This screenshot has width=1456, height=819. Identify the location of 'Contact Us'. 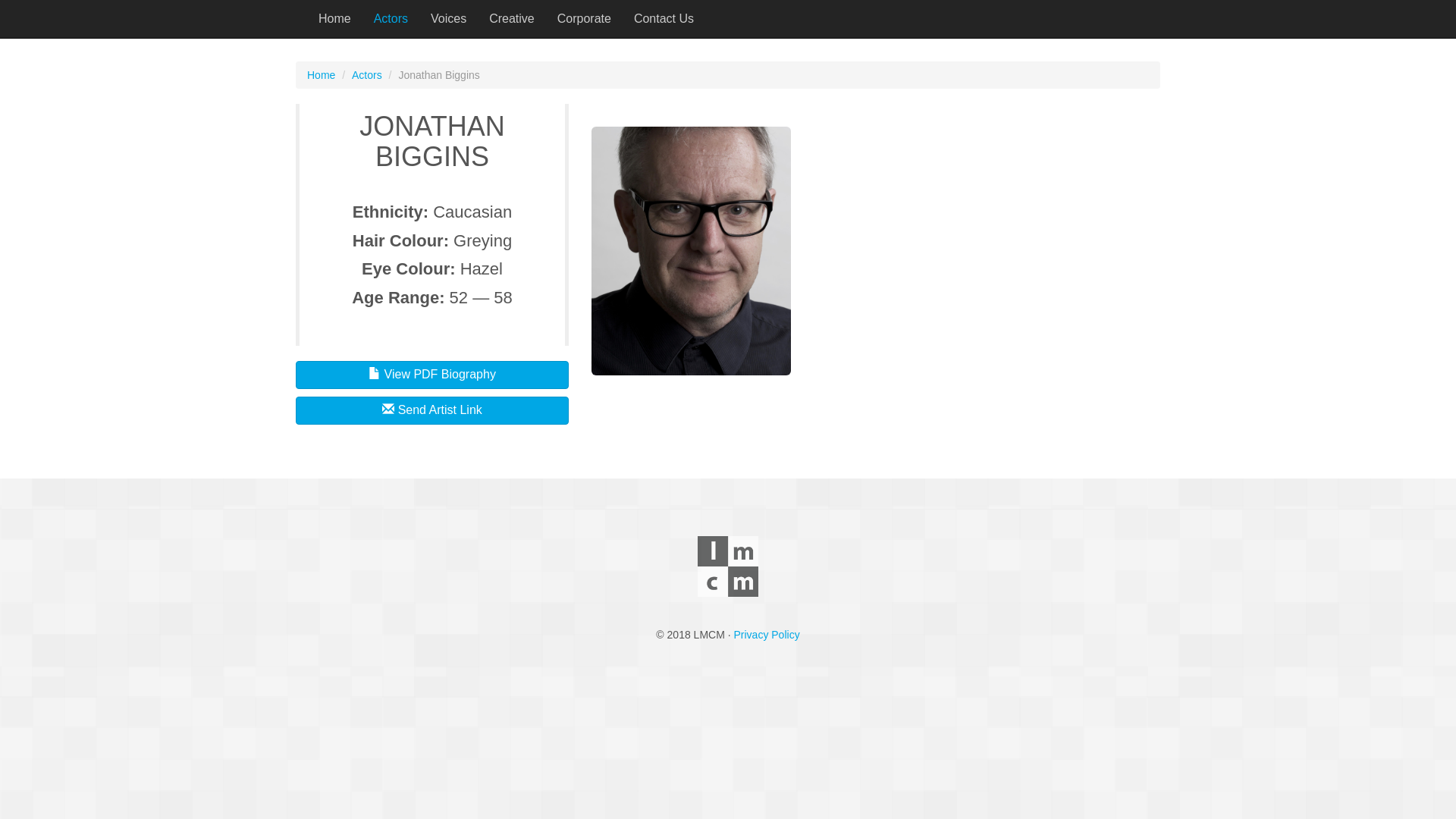
(622, 18).